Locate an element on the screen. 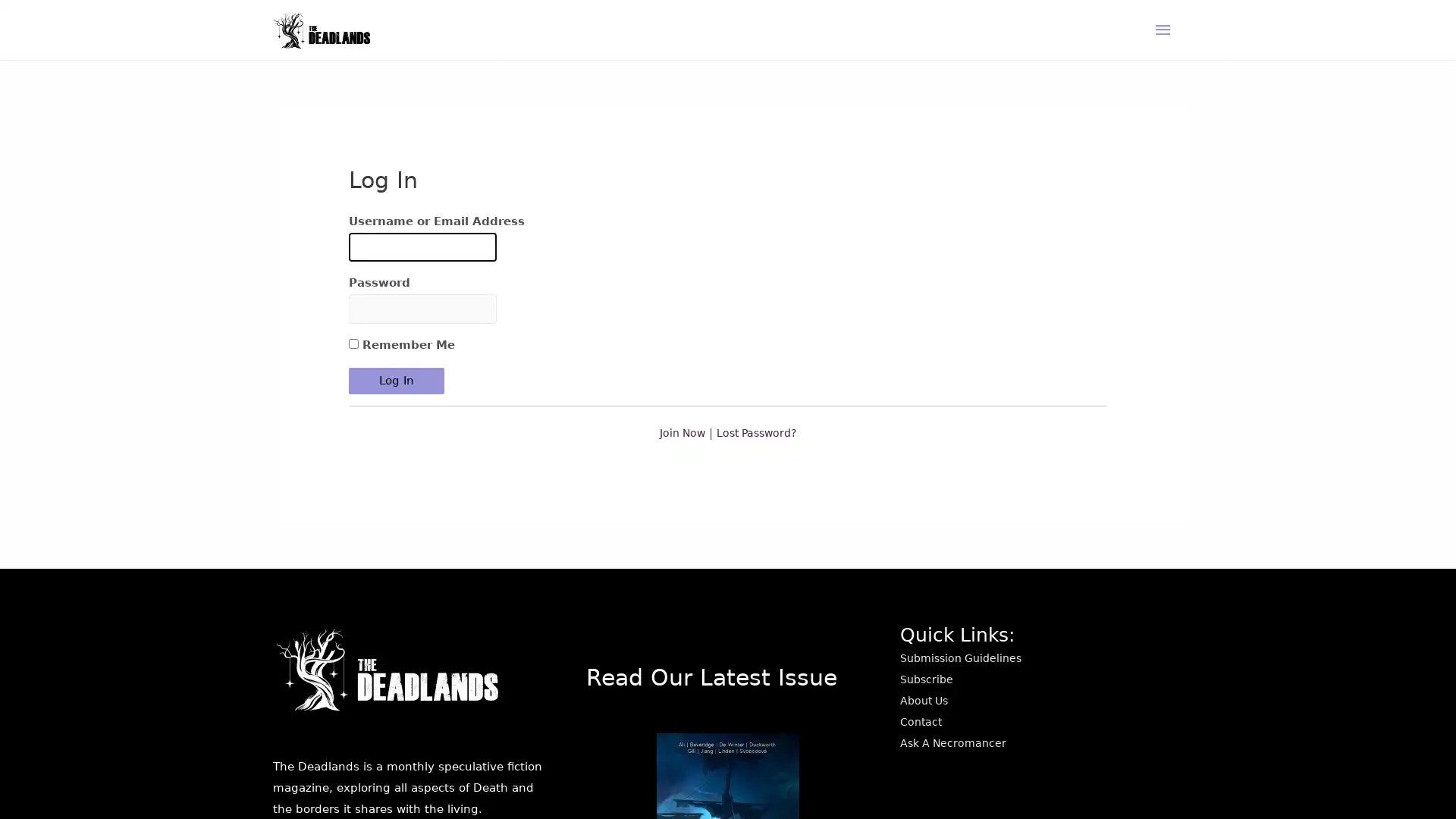 The image size is (1456, 819). Log In is located at coordinates (397, 420).